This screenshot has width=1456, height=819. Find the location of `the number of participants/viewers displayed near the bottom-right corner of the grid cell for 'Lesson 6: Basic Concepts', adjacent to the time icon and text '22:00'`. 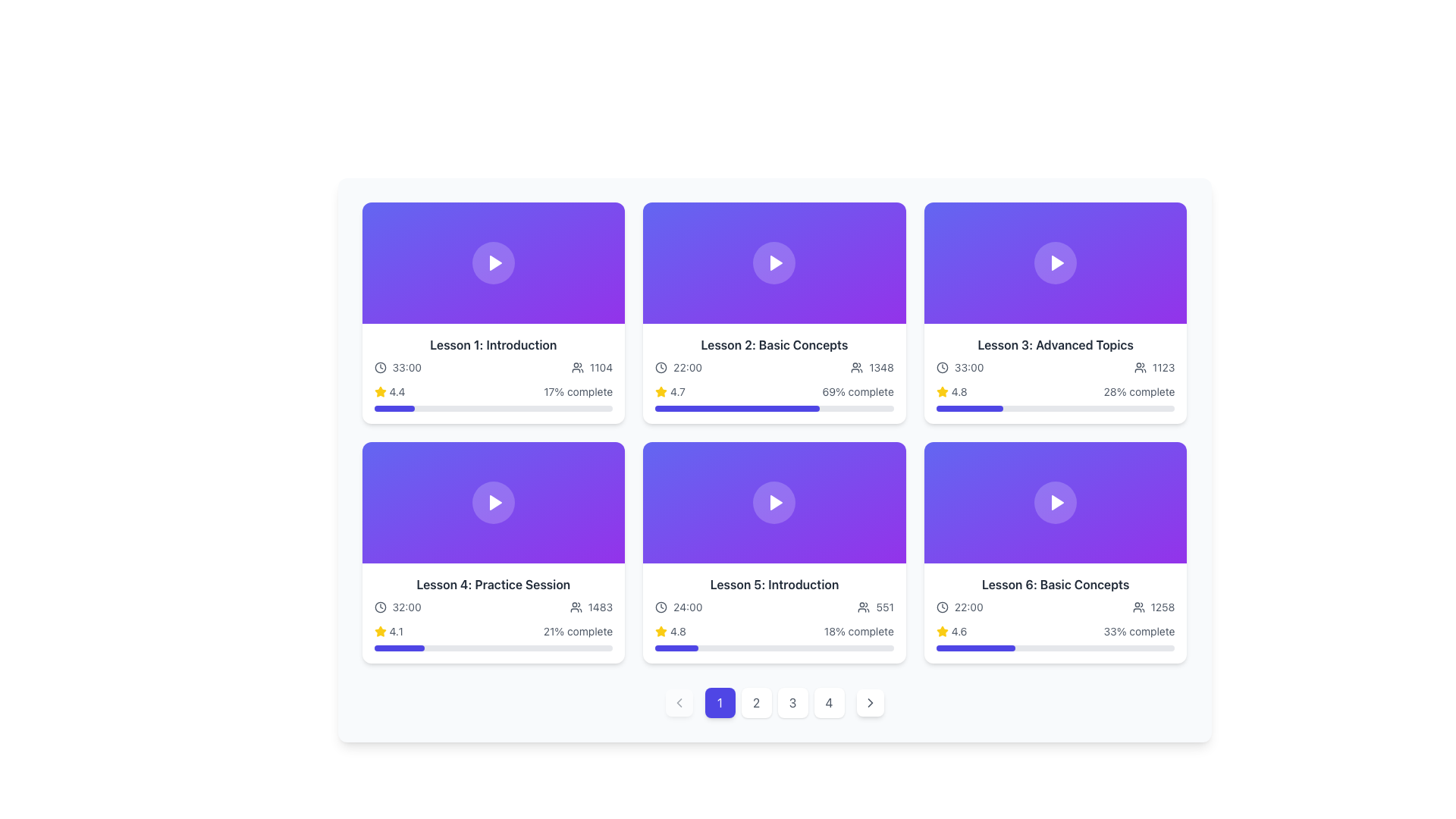

the number of participants/viewers displayed near the bottom-right corner of the grid cell for 'Lesson 6: Basic Concepts', adjacent to the time icon and text '22:00' is located at coordinates (1153, 607).